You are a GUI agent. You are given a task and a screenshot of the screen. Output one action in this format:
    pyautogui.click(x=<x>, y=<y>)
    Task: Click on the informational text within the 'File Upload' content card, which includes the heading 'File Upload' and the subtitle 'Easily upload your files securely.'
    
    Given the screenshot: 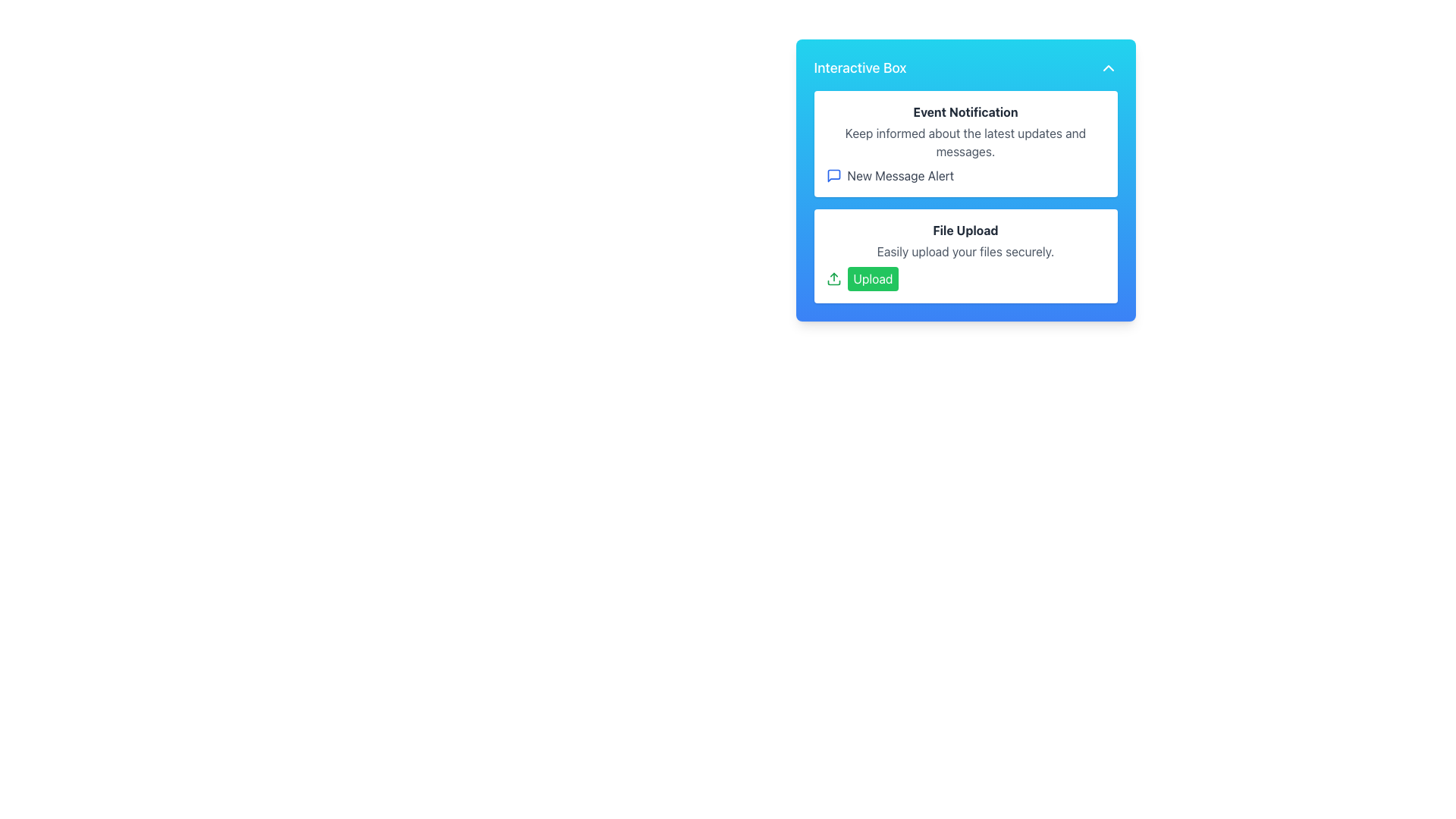 What is the action you would take?
    pyautogui.click(x=965, y=256)
    